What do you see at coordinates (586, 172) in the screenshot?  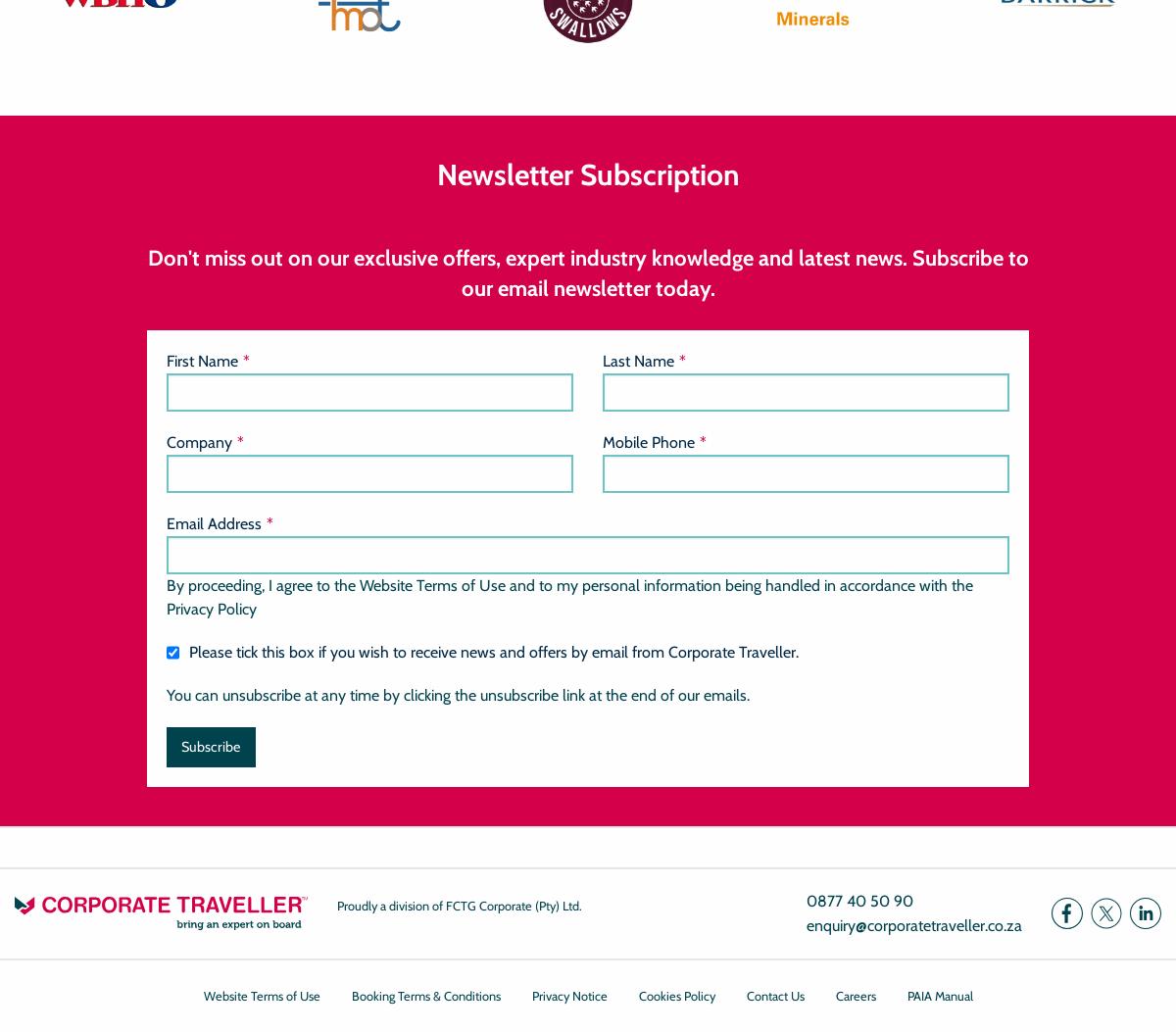 I see `'Newsletter Subscription'` at bounding box center [586, 172].